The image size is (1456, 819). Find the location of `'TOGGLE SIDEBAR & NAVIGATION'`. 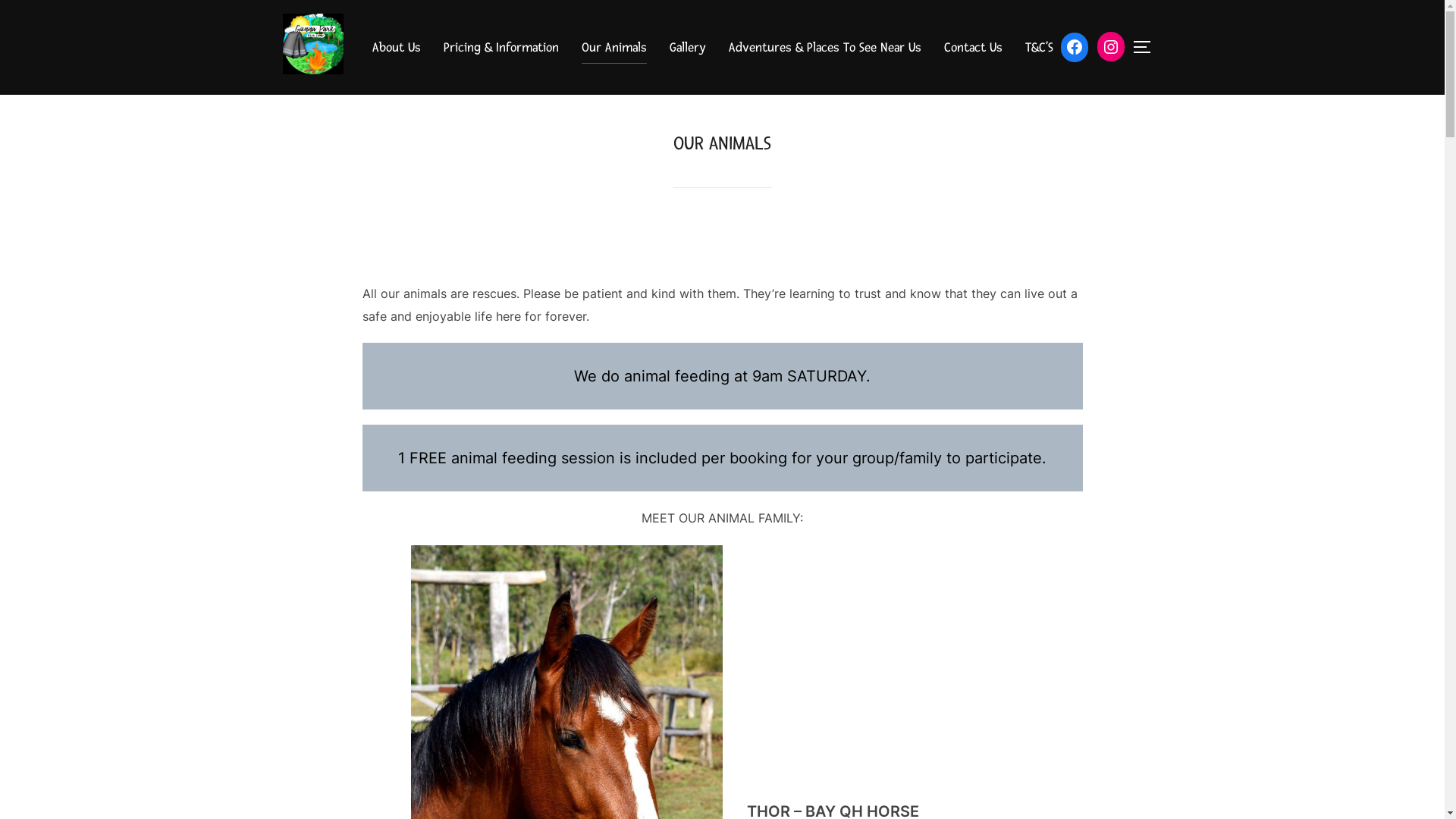

'TOGGLE SIDEBAR & NAVIGATION' is located at coordinates (1147, 45).